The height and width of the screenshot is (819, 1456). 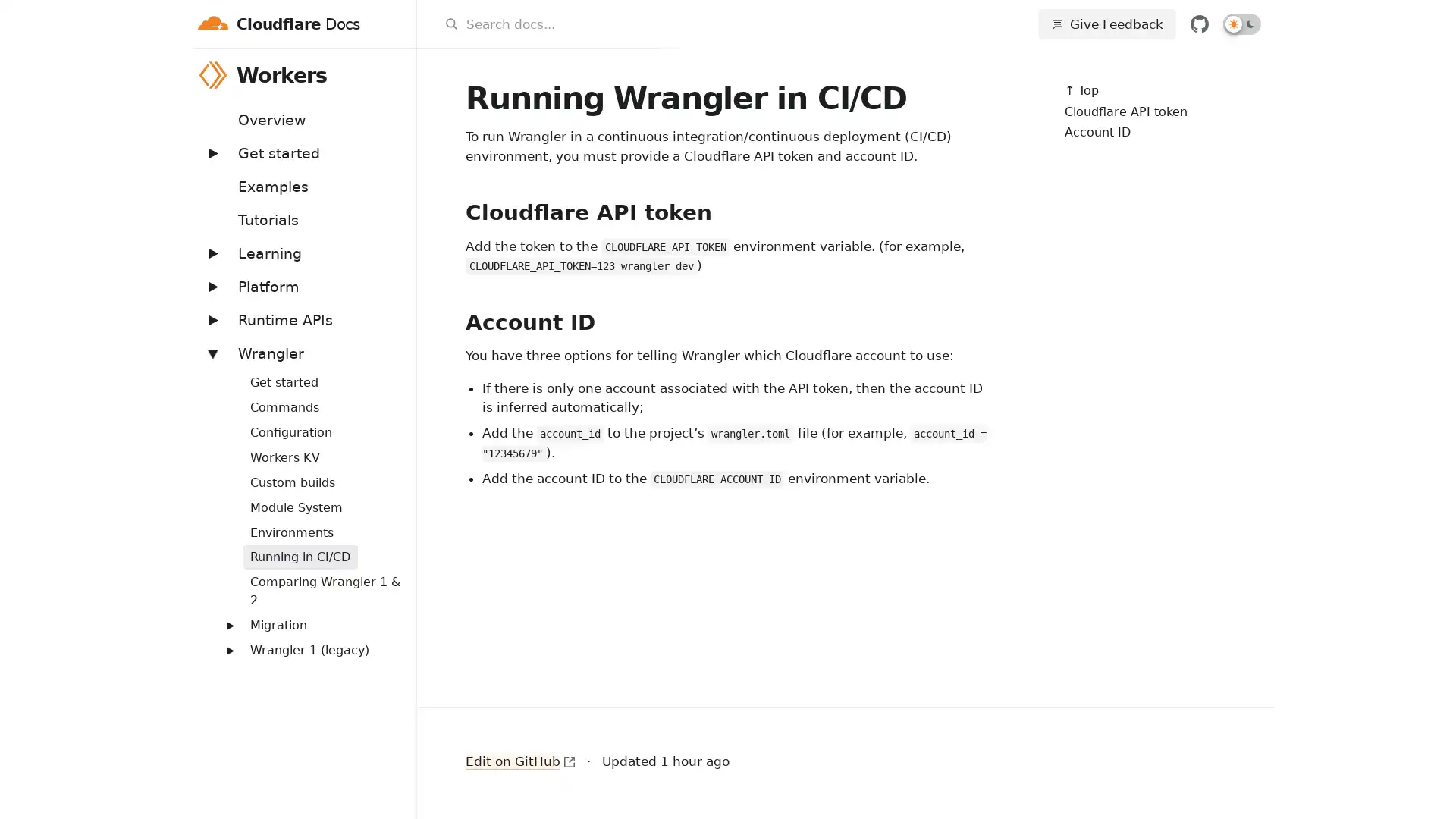 I want to click on Expand: Migration, so click(x=228, y=625).